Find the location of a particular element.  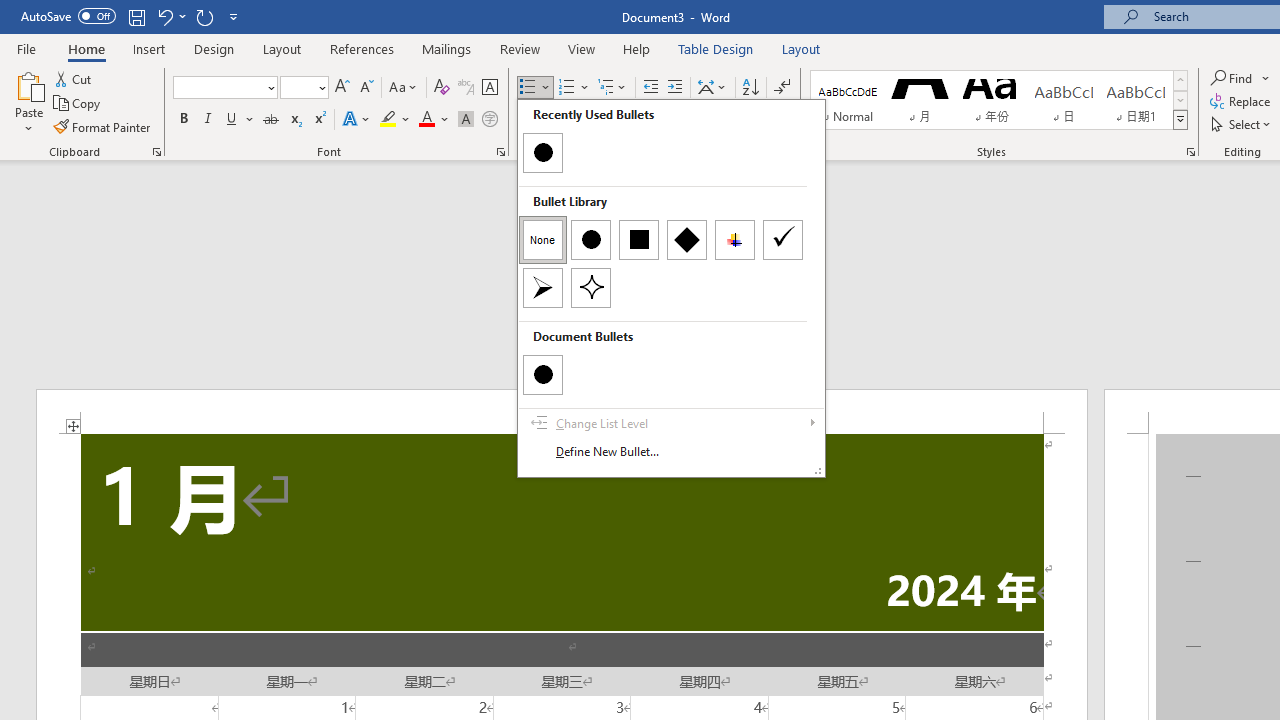

'&Bullets' is located at coordinates (671, 288).